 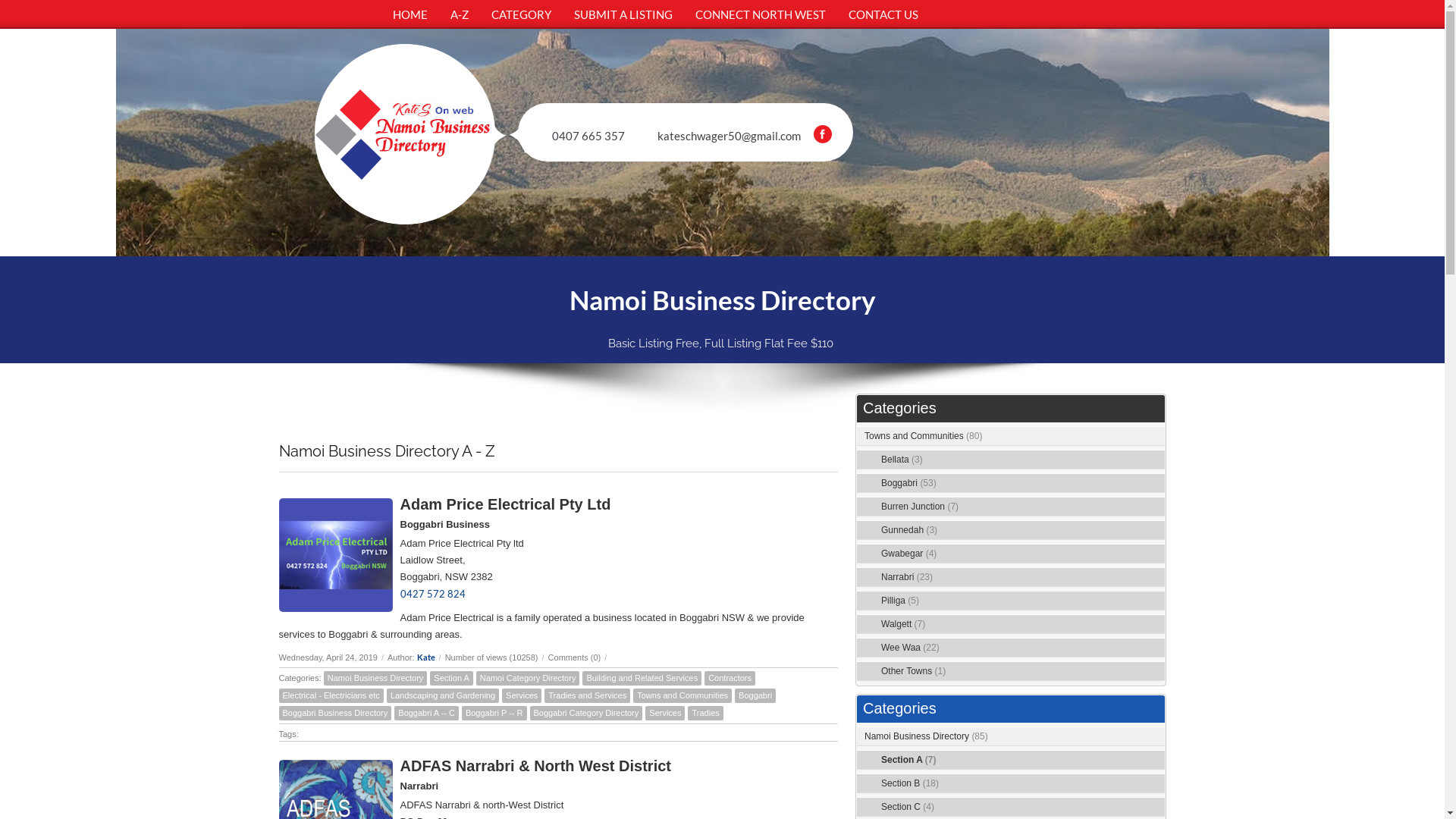 What do you see at coordinates (908, 760) in the screenshot?
I see `'Section A (7)'` at bounding box center [908, 760].